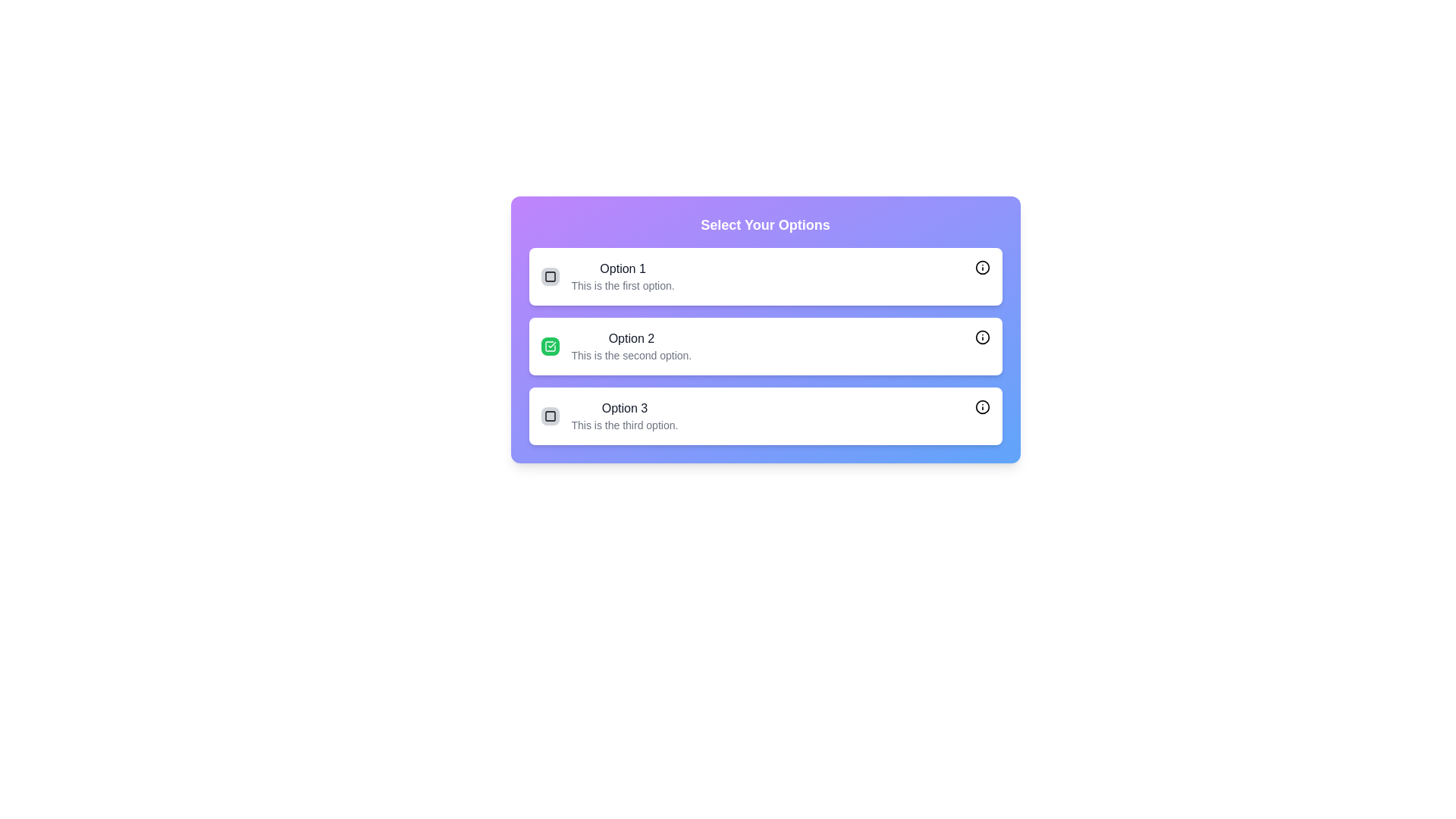  Describe the element at coordinates (982, 267) in the screenshot. I see `the informational icon located in the 'Option 1' card, which is the rightmost element adjacent to the descriptive text` at that location.